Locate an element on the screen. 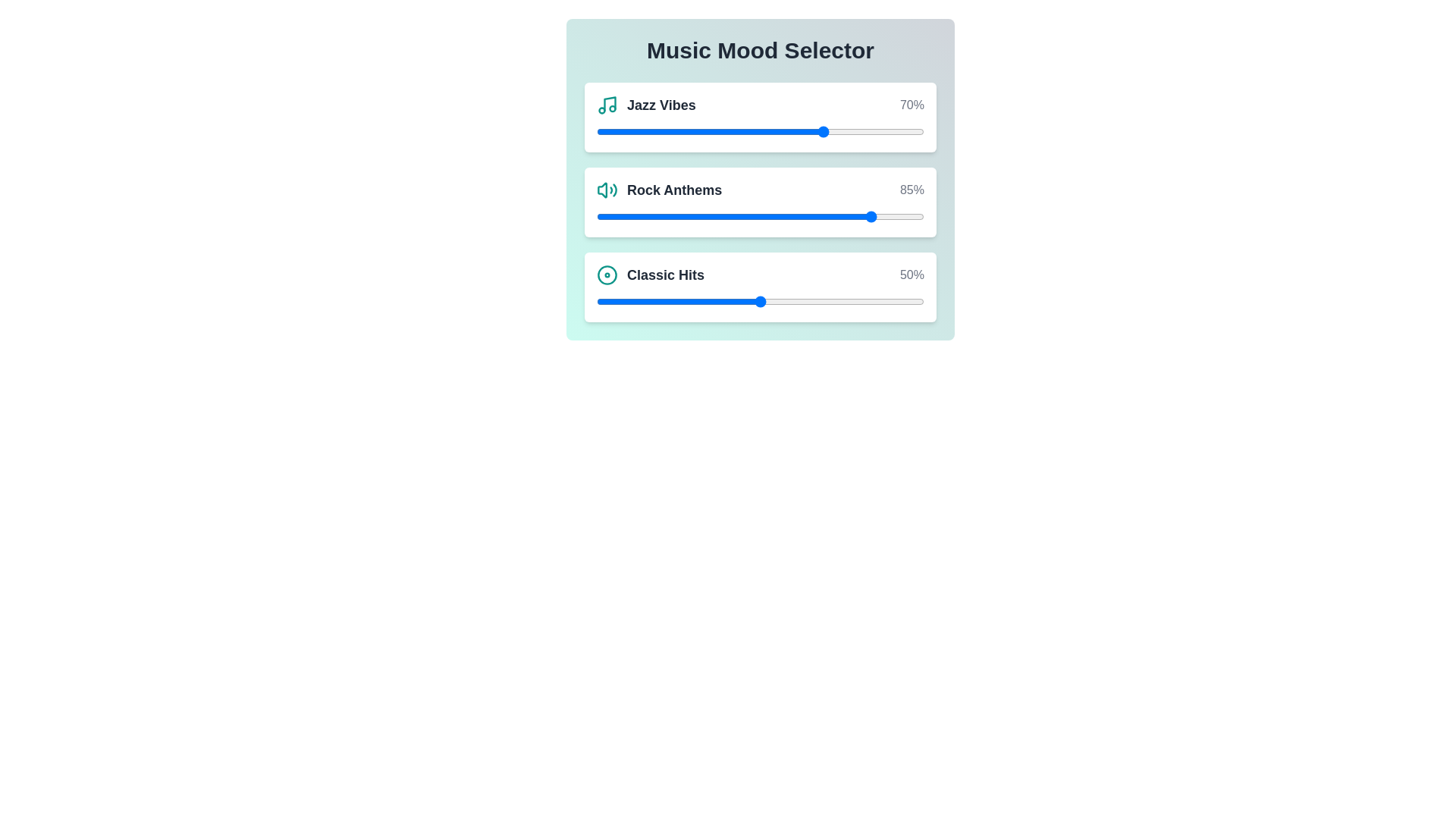 This screenshot has height=819, width=1456. the intensity of the 'Jazz Vibes' track to 8% by moving the slider is located at coordinates (623, 130).